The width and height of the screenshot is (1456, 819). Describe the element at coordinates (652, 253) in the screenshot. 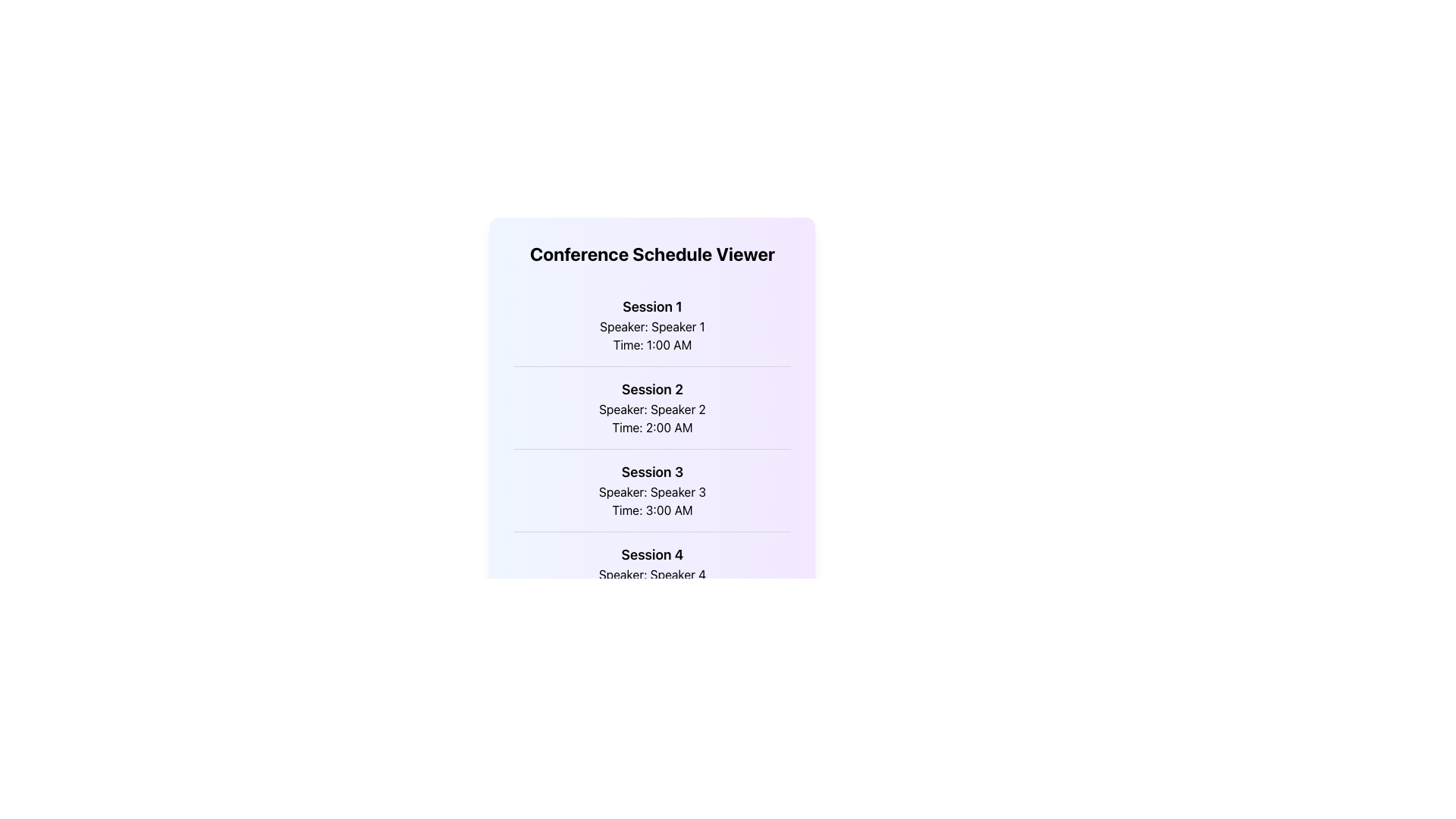

I see `the header element that displays 'Conference Schedule Viewer', styled in large bold font, located at the top of the layout above the session details list` at that location.